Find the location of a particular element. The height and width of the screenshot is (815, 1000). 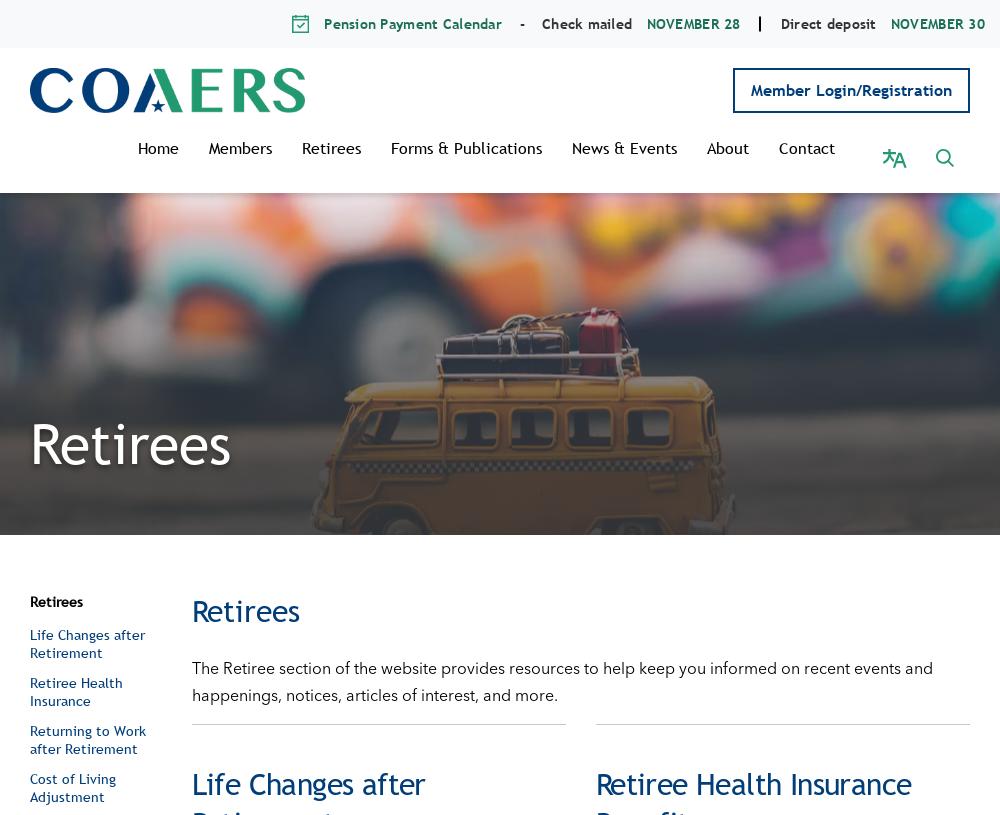

'Members' is located at coordinates (260, 148).